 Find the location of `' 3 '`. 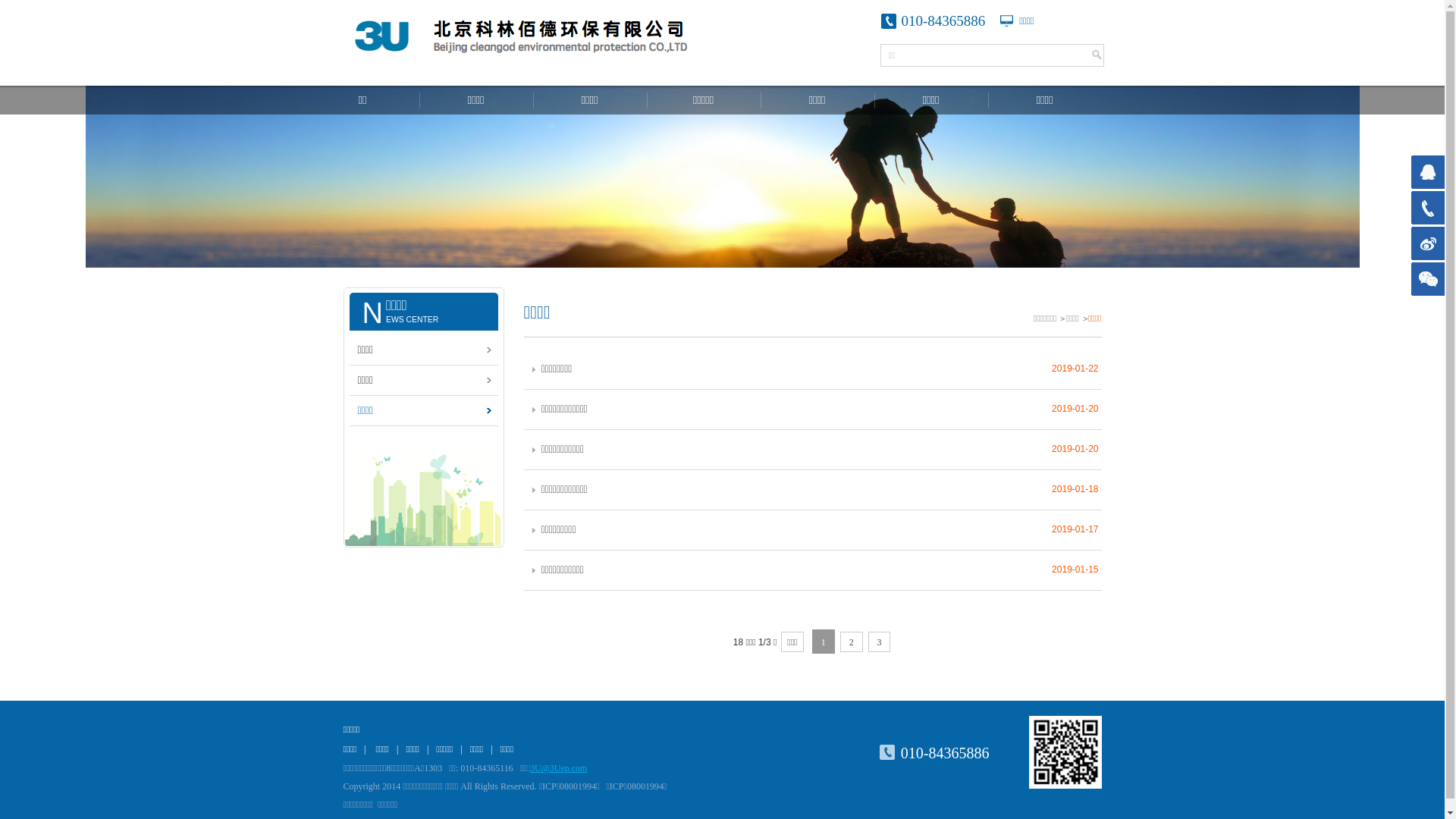

' 3 ' is located at coordinates (868, 642).